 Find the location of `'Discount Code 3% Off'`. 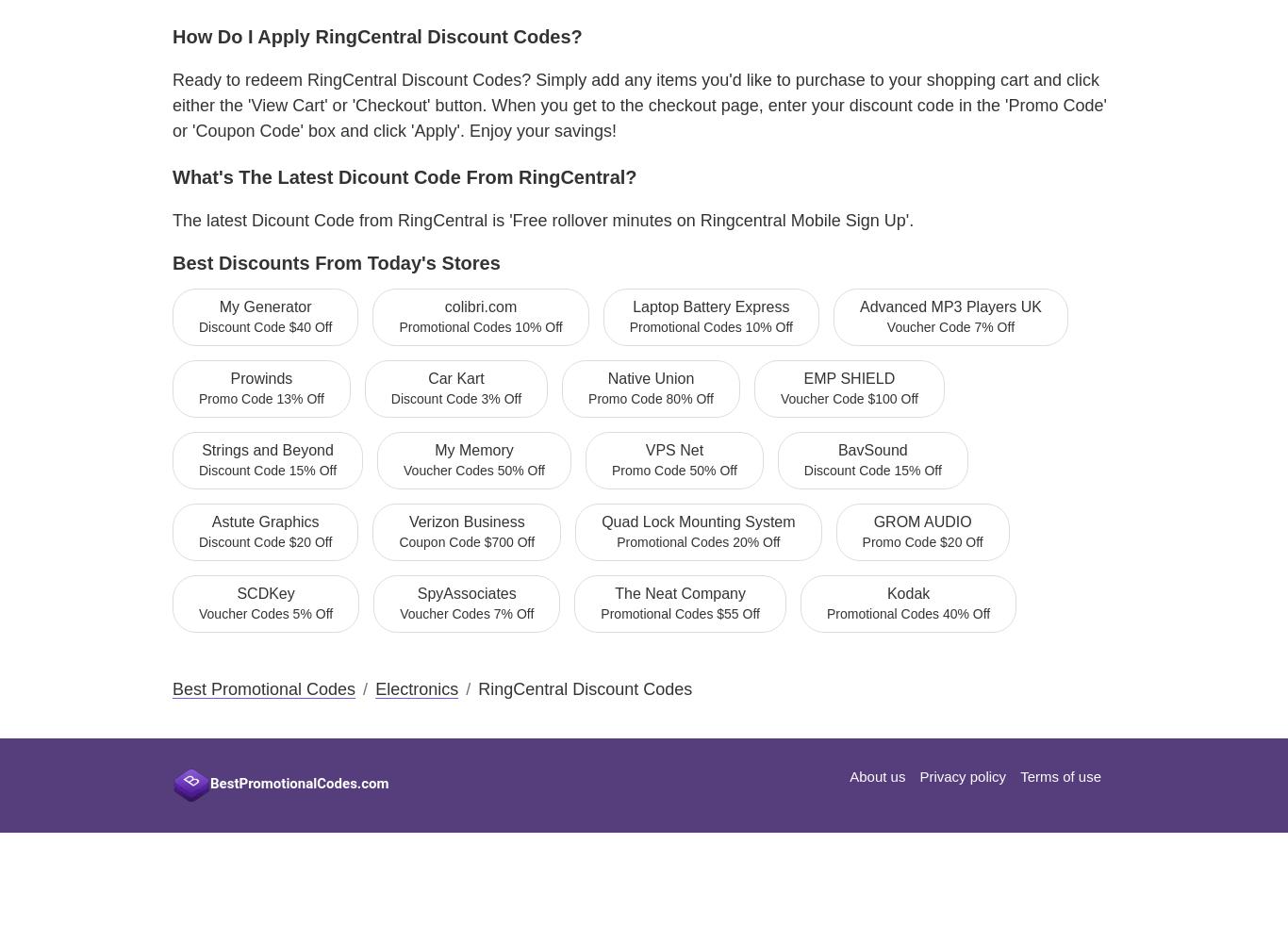

'Discount Code 3% Off' is located at coordinates (455, 397).